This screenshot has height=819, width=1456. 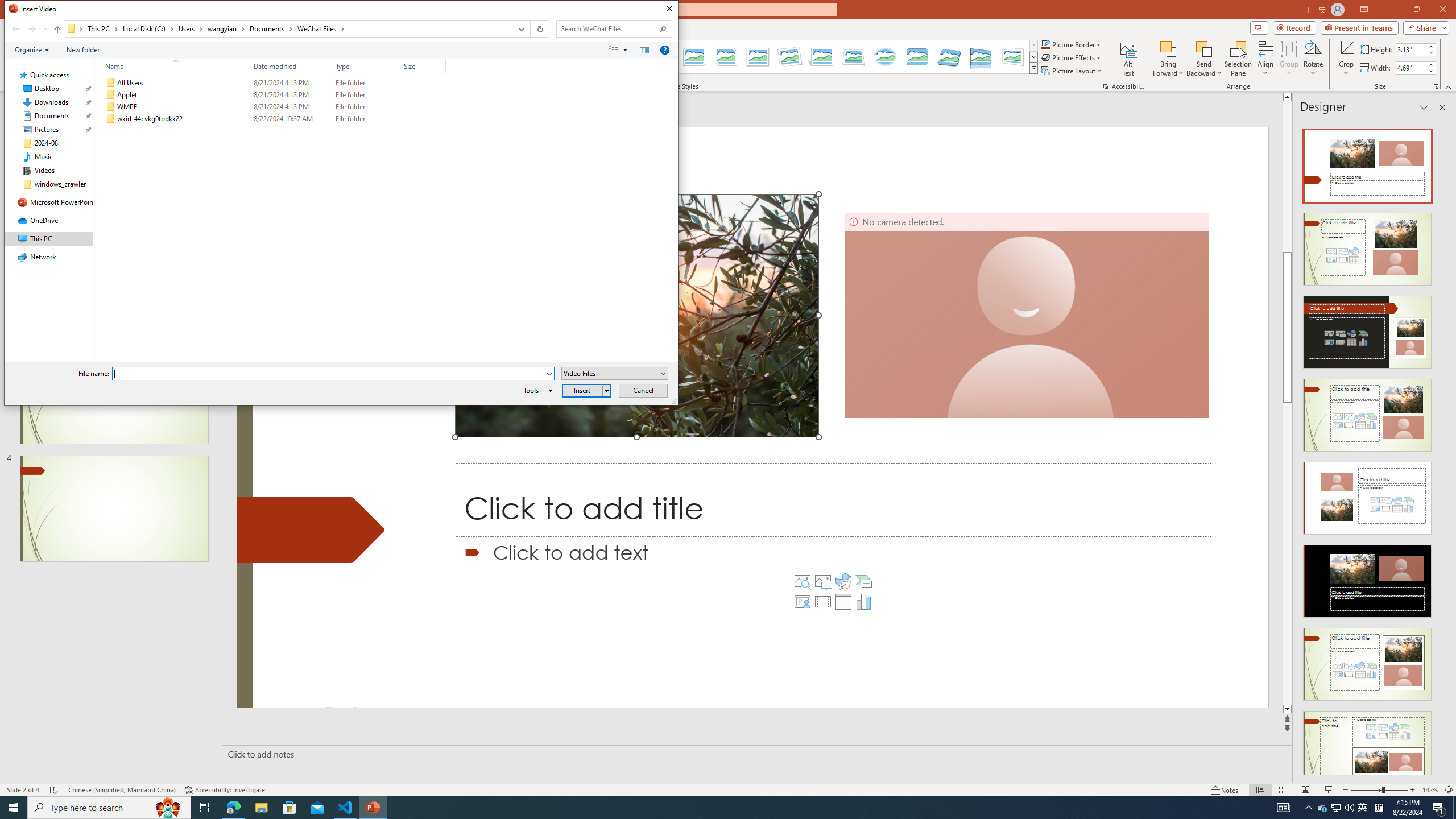 What do you see at coordinates (802, 601) in the screenshot?
I see `'Insert Cameo'` at bounding box center [802, 601].